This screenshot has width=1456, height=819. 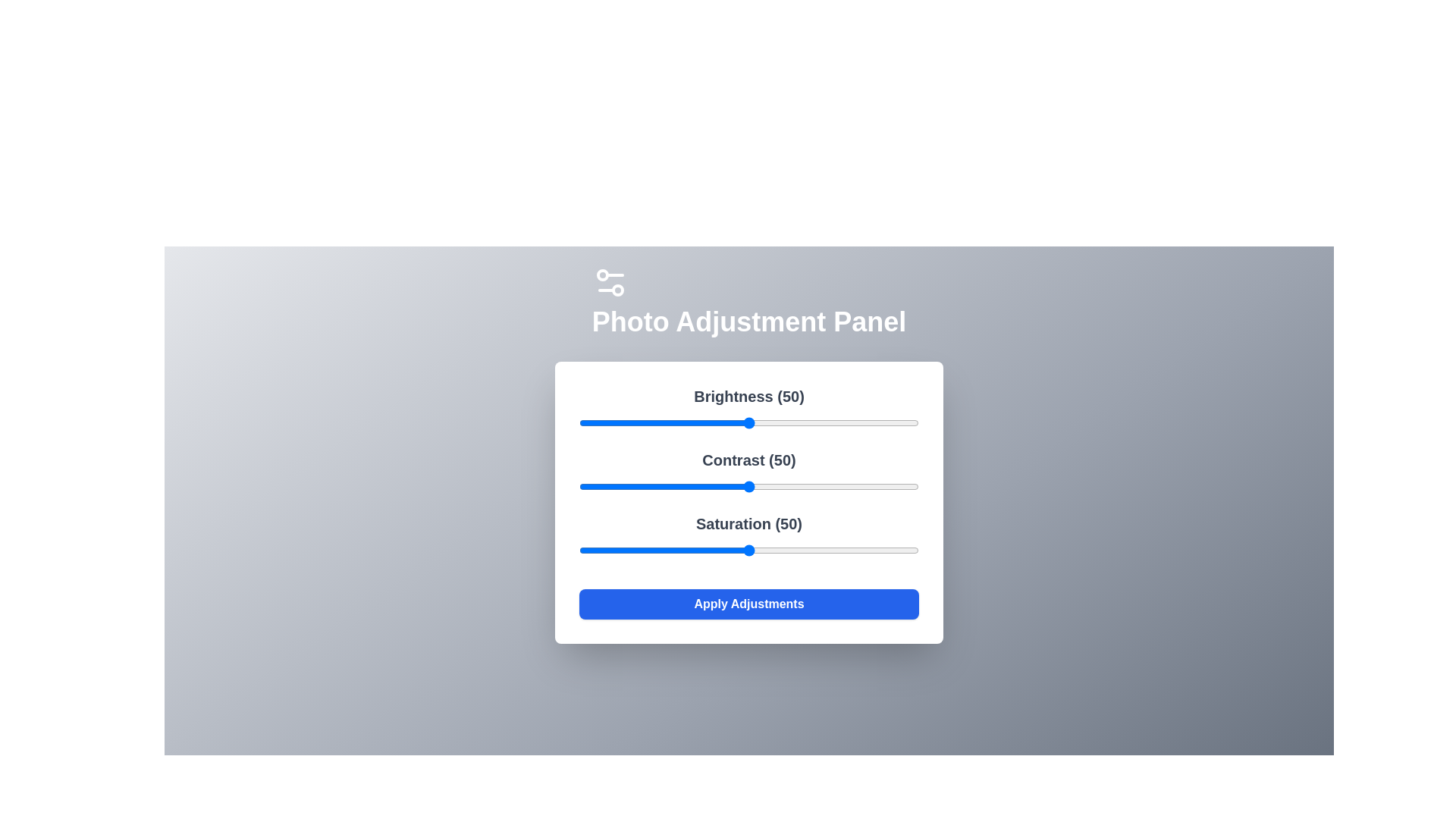 What do you see at coordinates (661, 423) in the screenshot?
I see `the 0 slider to 24` at bounding box center [661, 423].